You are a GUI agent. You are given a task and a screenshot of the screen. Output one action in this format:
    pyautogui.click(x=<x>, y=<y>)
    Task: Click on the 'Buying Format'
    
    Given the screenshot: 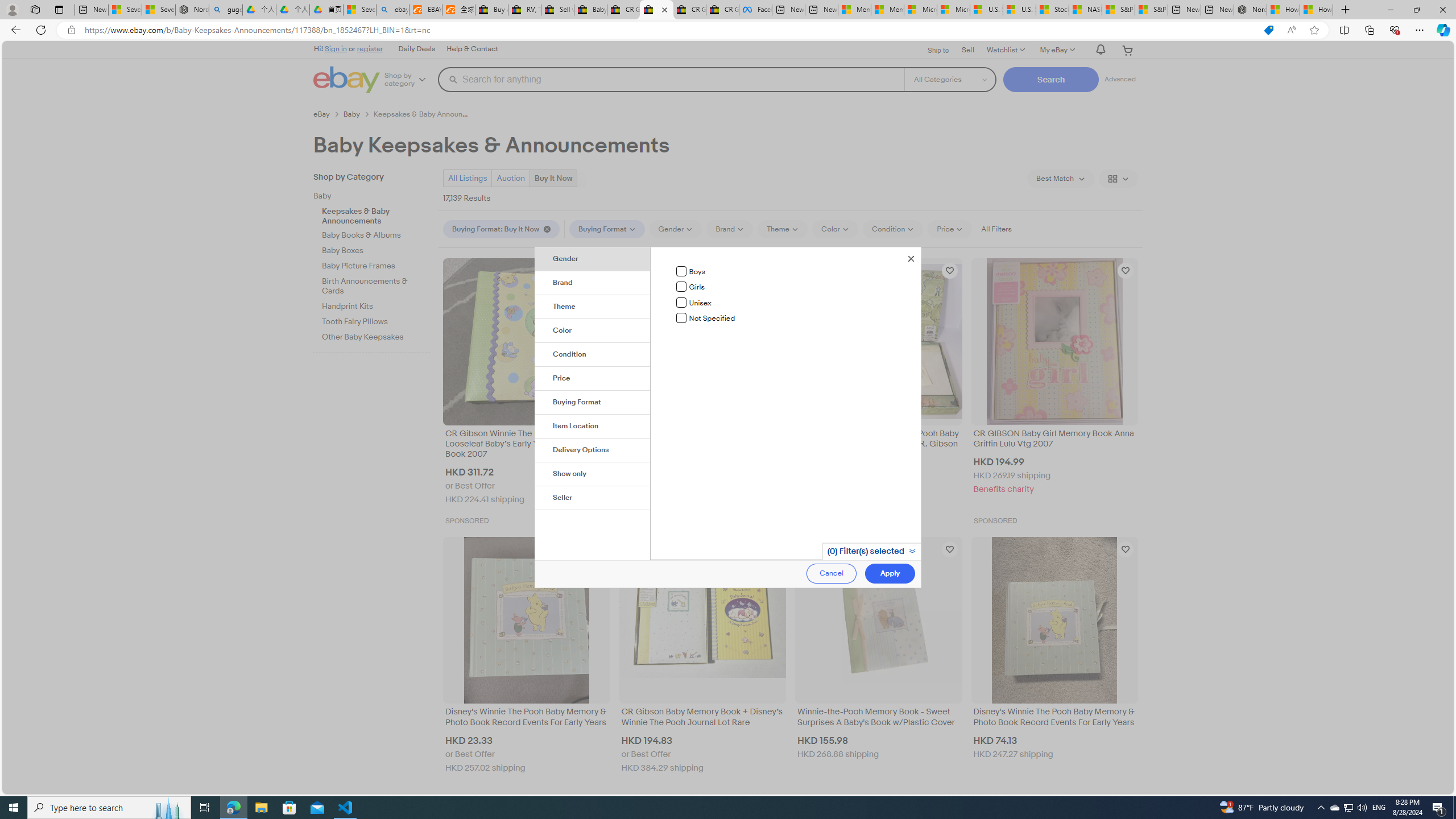 What is the action you would take?
    pyautogui.click(x=593, y=402)
    